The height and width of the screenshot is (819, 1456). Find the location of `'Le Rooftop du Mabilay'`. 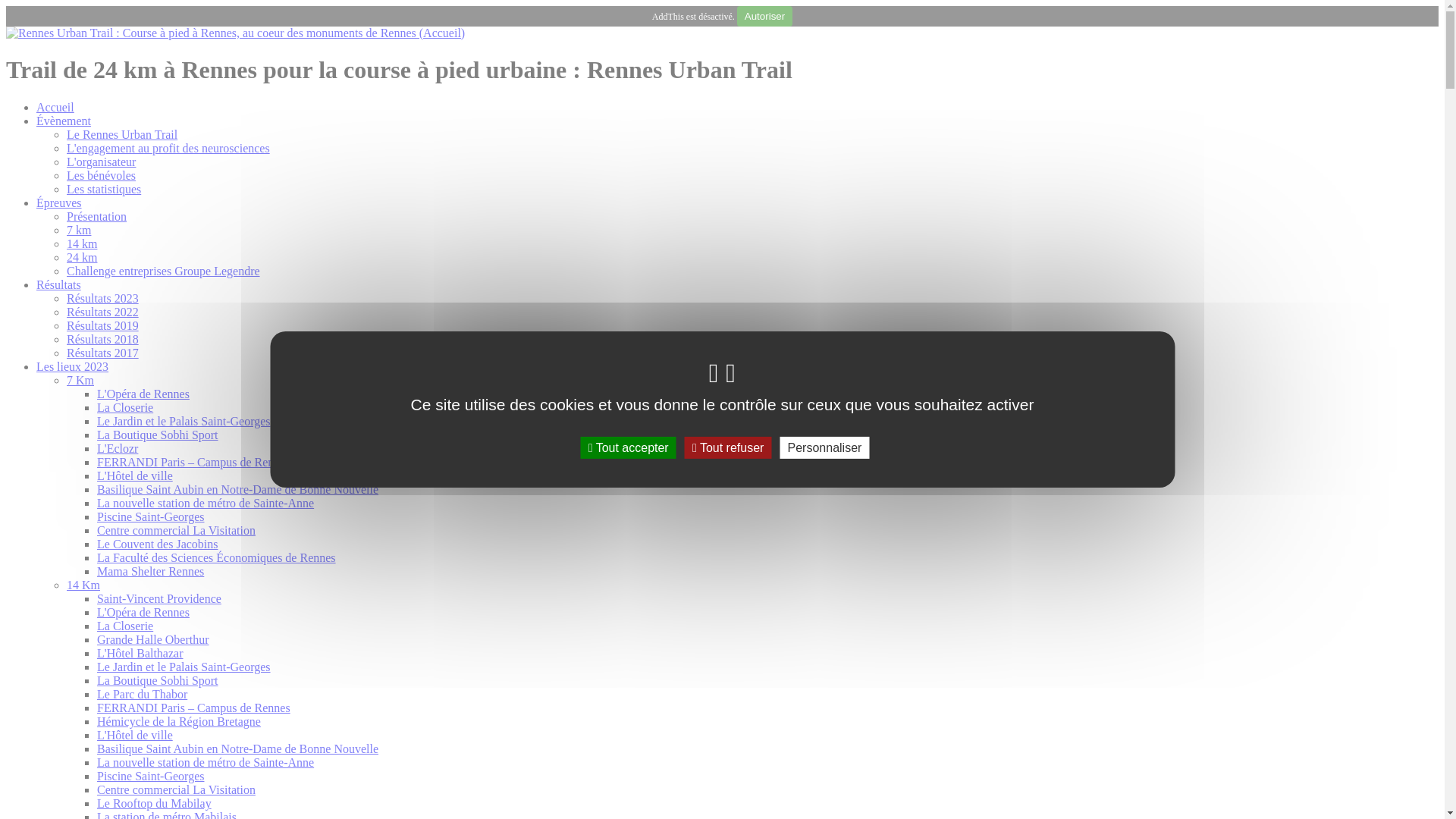

'Le Rooftop du Mabilay' is located at coordinates (154, 802).